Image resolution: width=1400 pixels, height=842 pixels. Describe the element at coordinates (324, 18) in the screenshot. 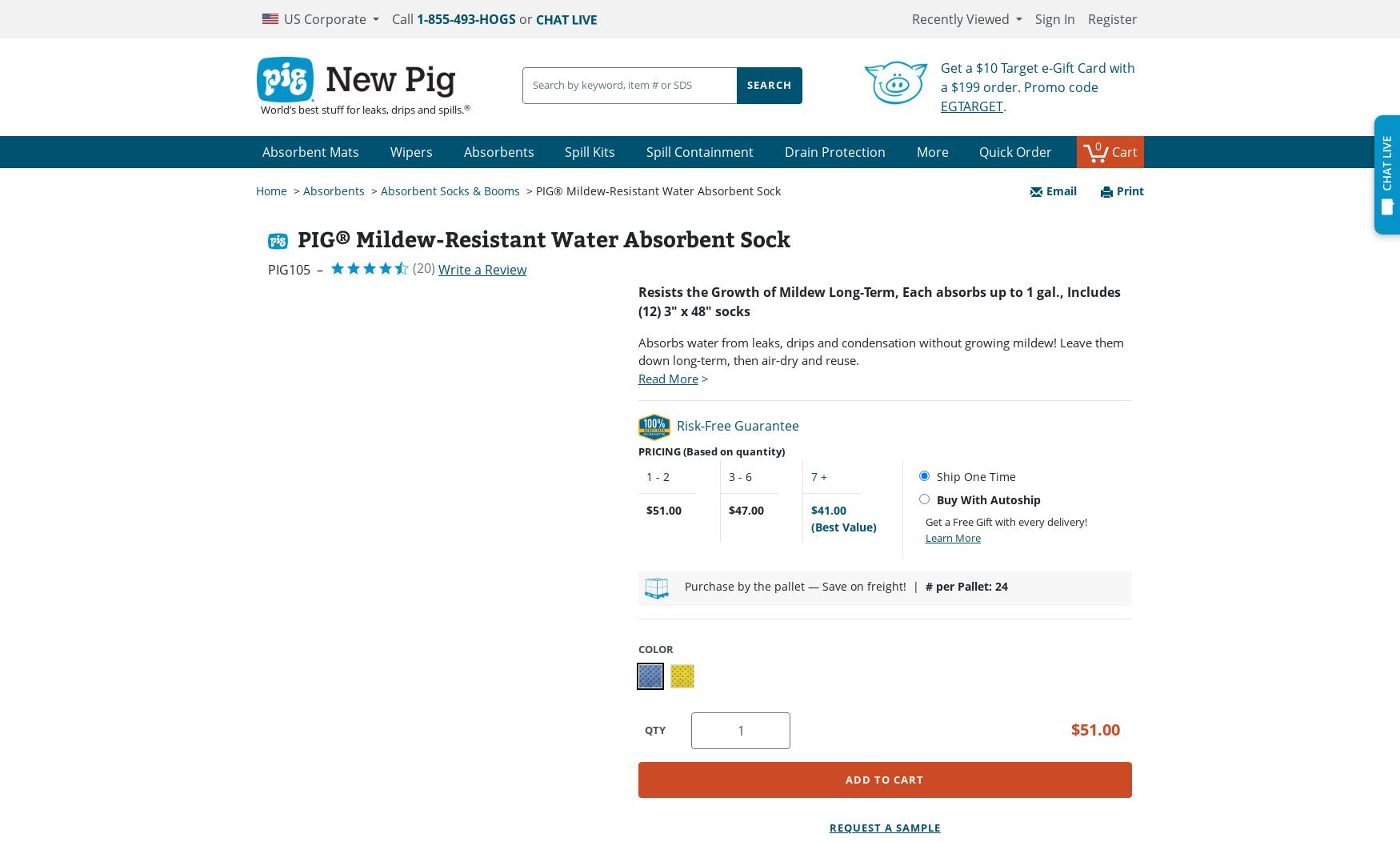

I see `'US Corporate'` at that location.